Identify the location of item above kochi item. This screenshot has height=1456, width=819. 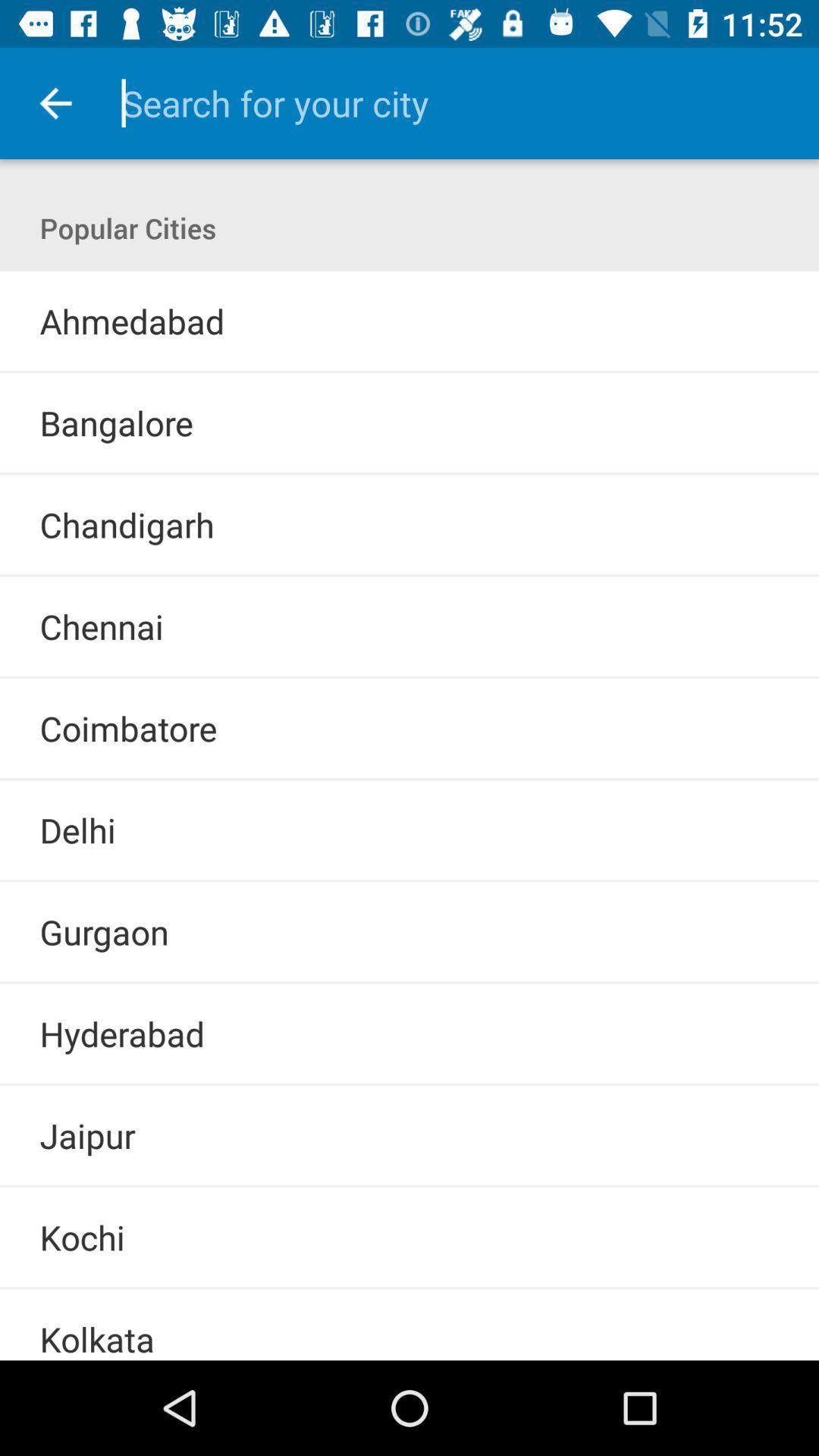
(409, 1185).